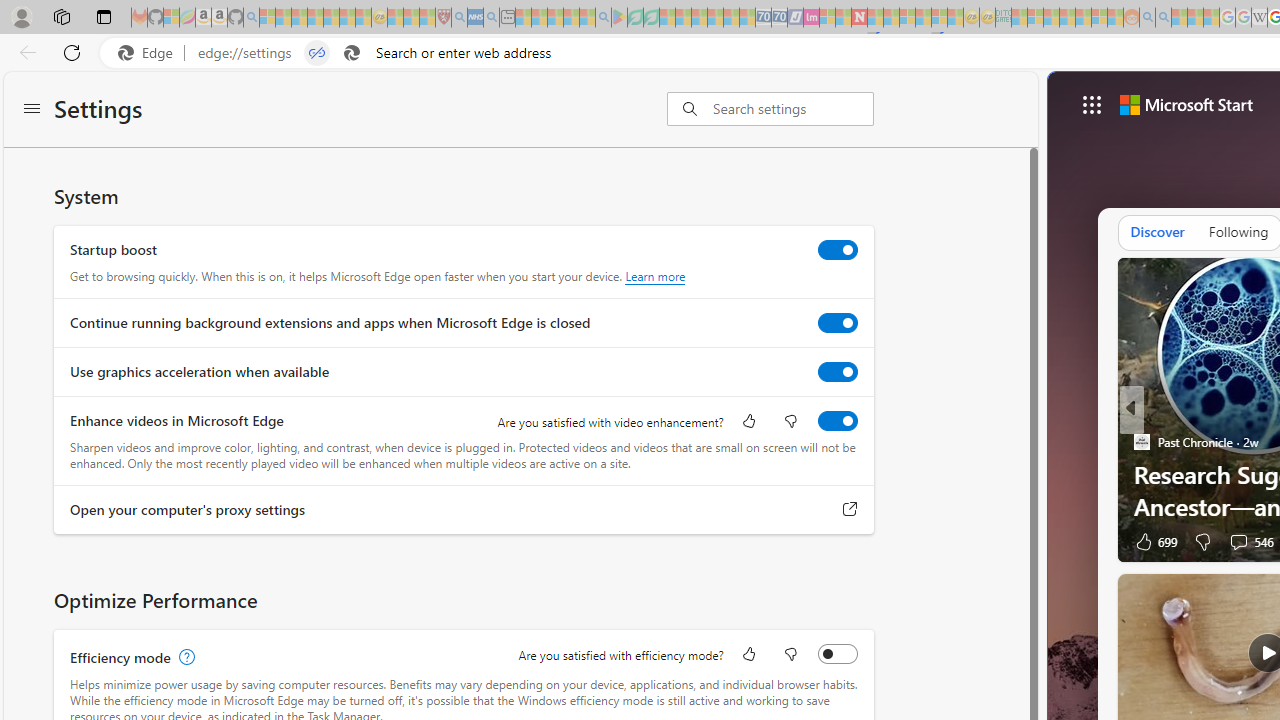  Describe the element at coordinates (778, 17) in the screenshot. I see `'Cheap Hotels - Save70.com - Sleeping'` at that location.